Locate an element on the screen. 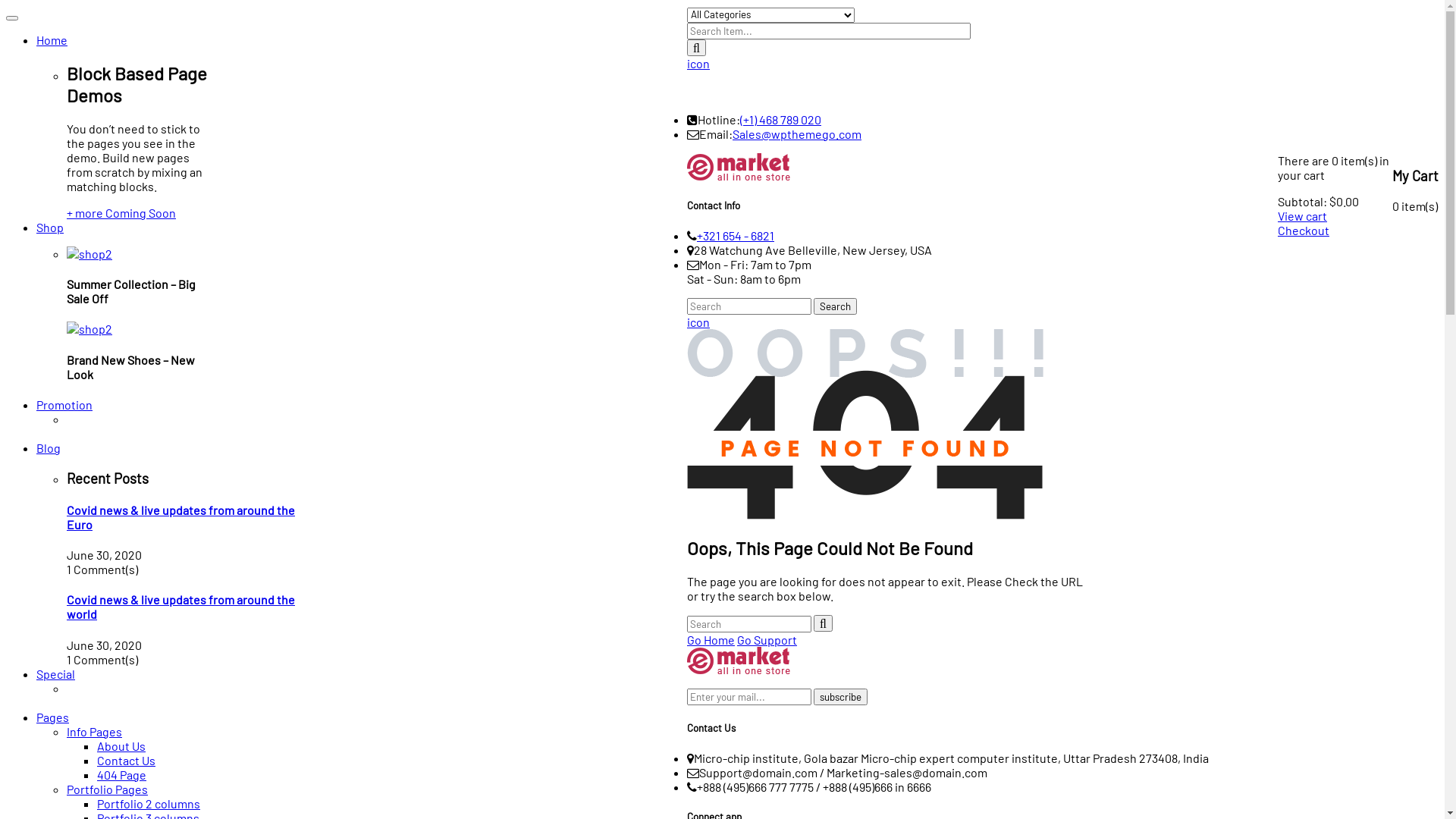 The height and width of the screenshot is (819, 1456). 'Special' is located at coordinates (36, 673).